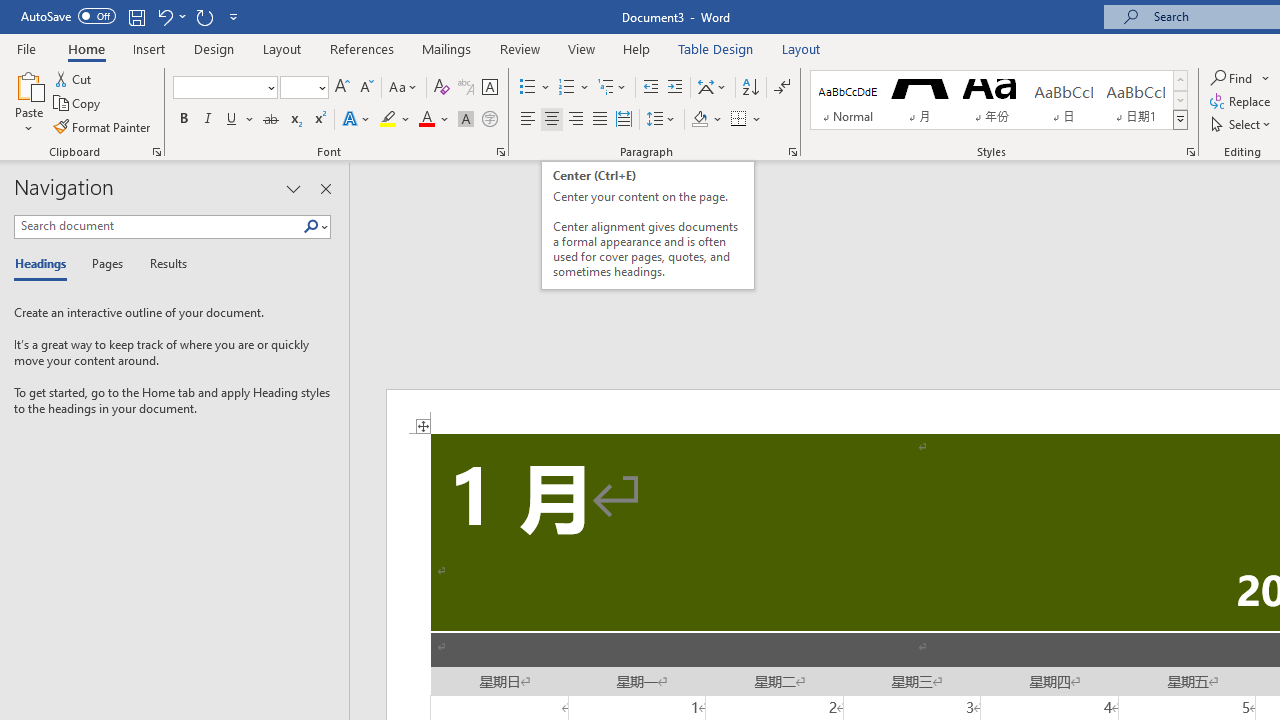 The image size is (1280, 720). Describe the element at coordinates (294, 119) in the screenshot. I see `'Subscript'` at that location.